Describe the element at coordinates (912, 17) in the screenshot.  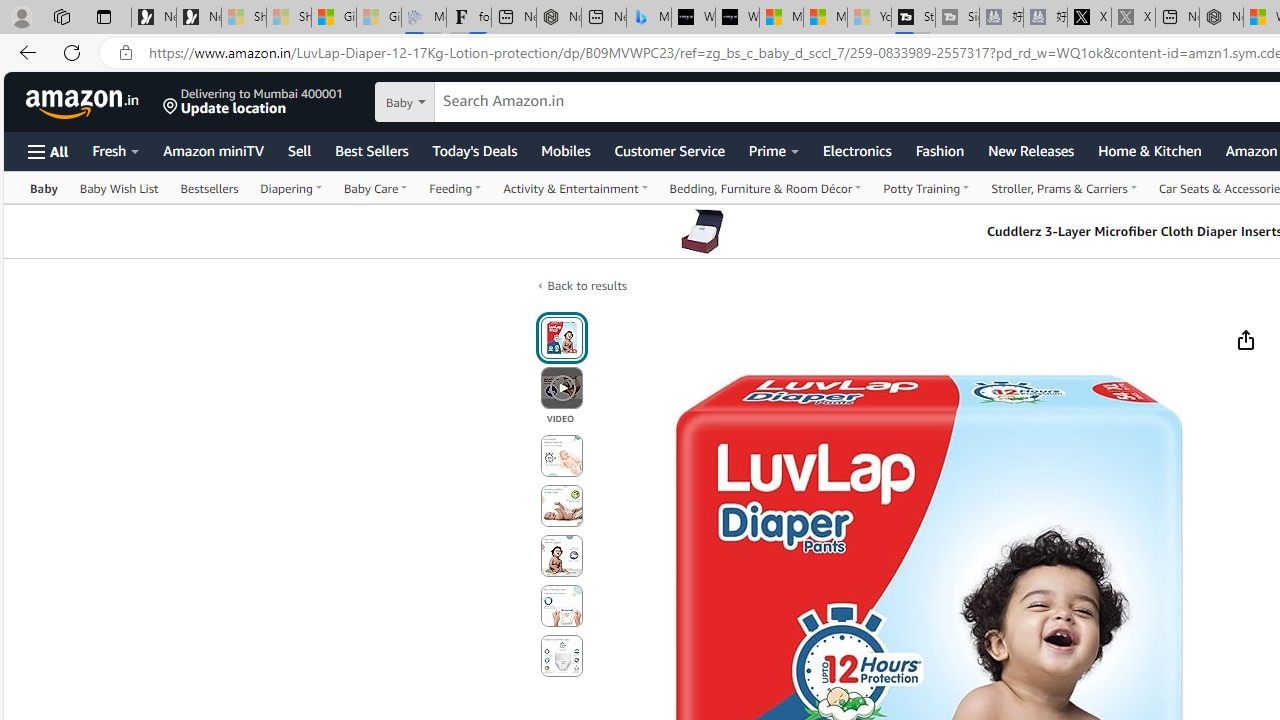
I see `'Streaming Coverage | T3'` at that location.